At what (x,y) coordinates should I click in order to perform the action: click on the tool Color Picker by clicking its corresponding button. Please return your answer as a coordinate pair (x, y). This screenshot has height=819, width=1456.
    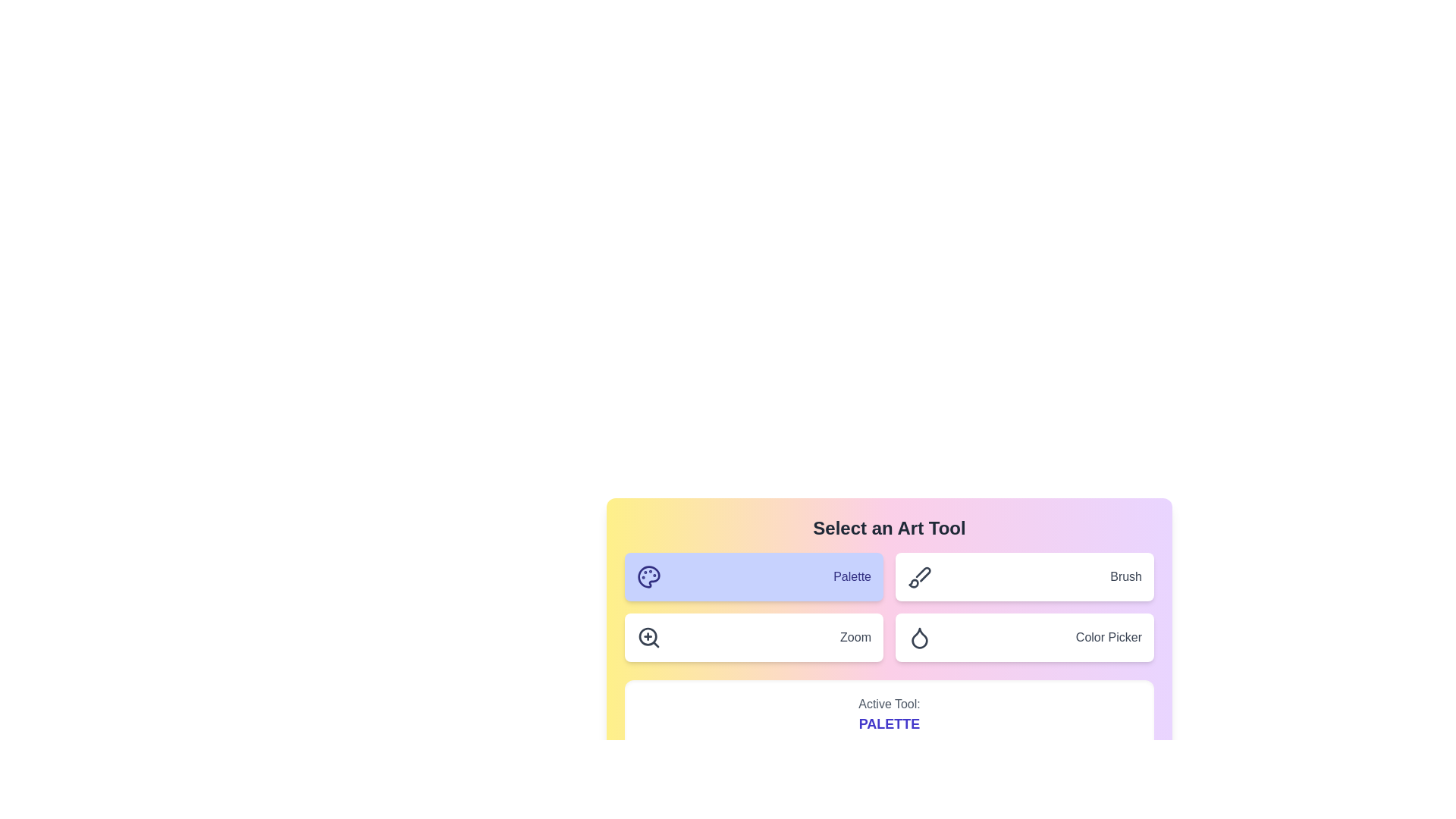
    Looking at the image, I should click on (1025, 637).